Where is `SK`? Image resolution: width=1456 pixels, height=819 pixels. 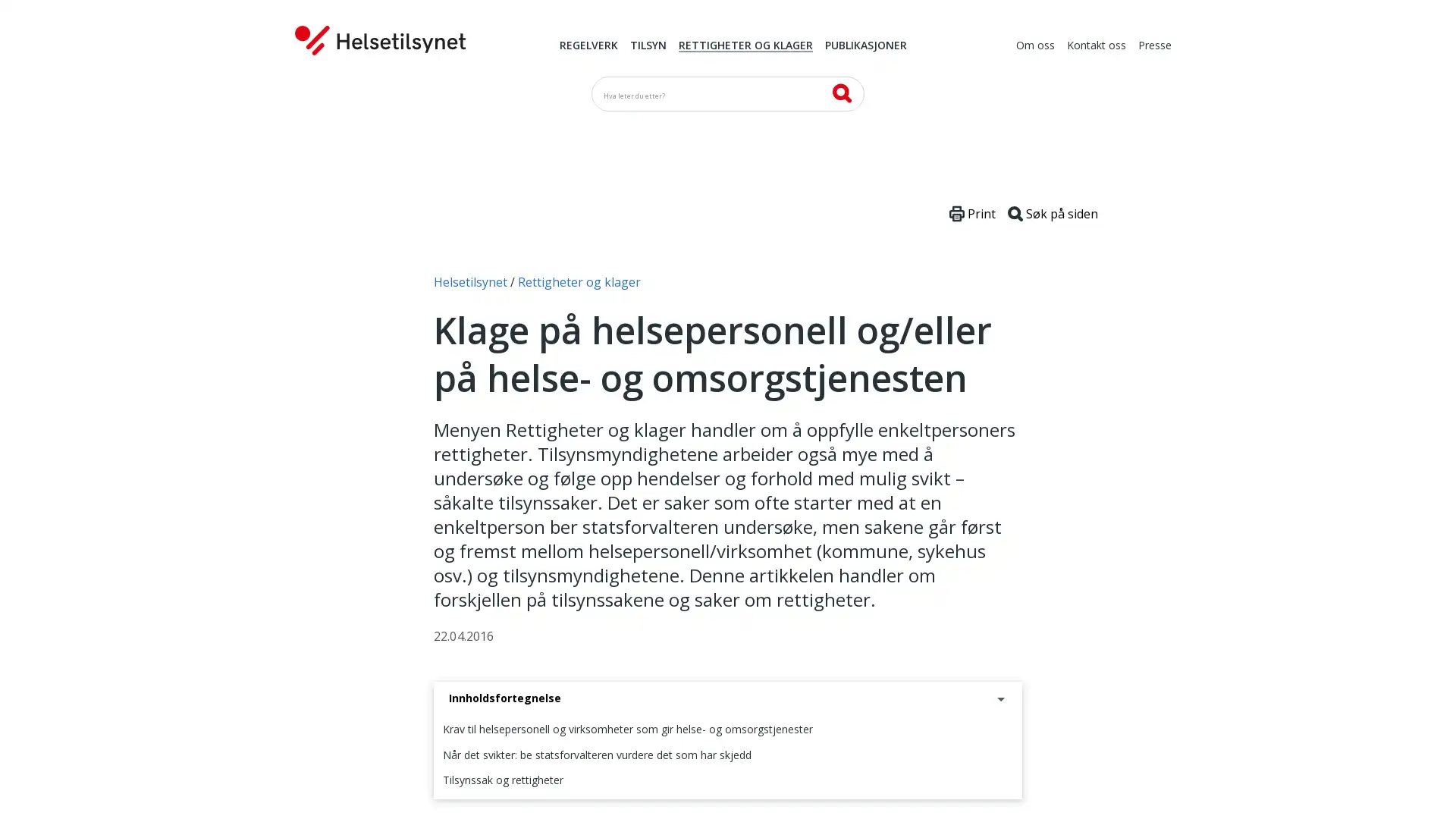 SK is located at coordinates (840, 93).